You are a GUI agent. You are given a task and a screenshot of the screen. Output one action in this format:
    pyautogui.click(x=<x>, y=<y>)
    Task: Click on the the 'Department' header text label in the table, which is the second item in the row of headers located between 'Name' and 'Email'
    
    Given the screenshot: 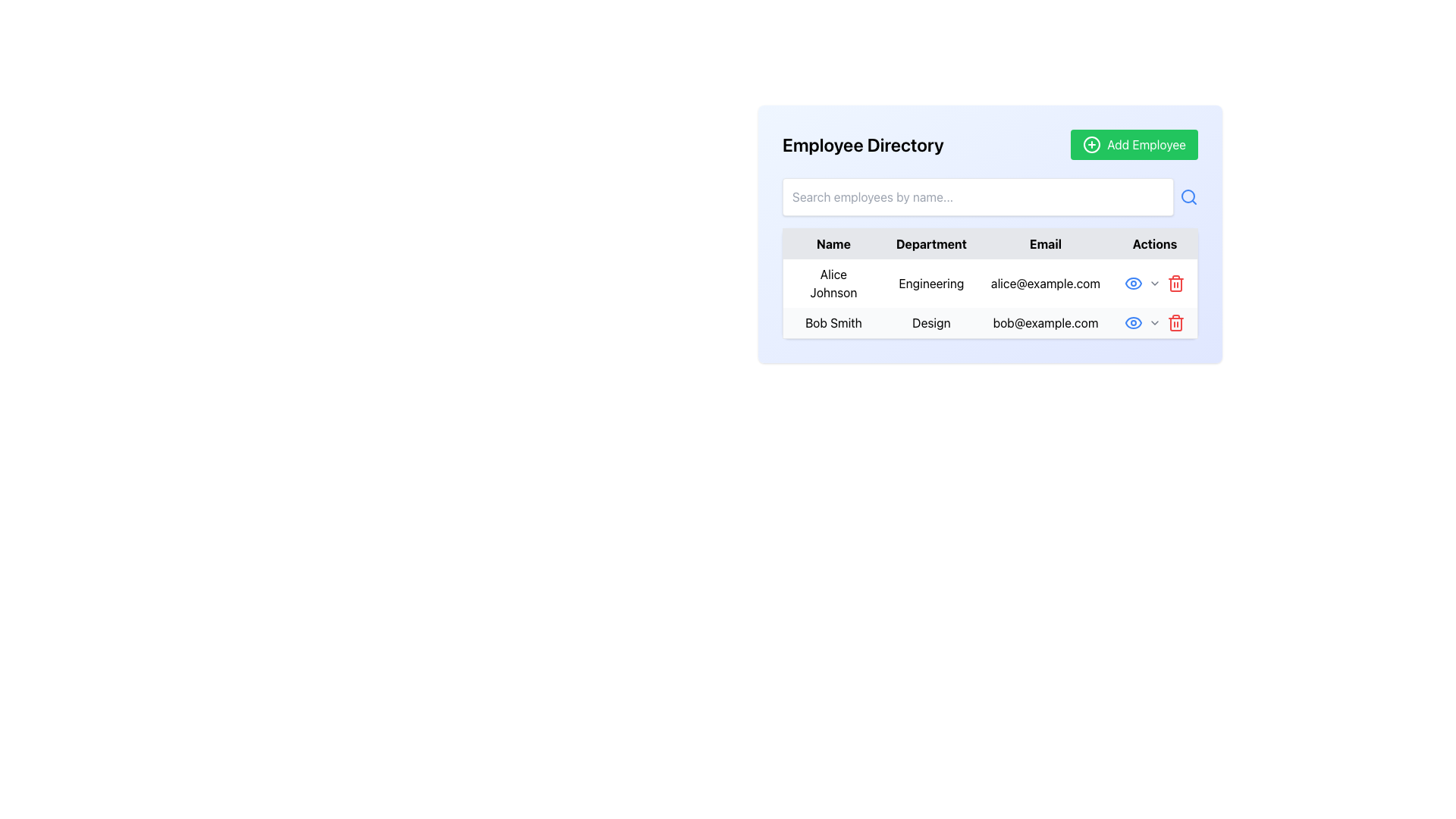 What is the action you would take?
    pyautogui.click(x=930, y=243)
    